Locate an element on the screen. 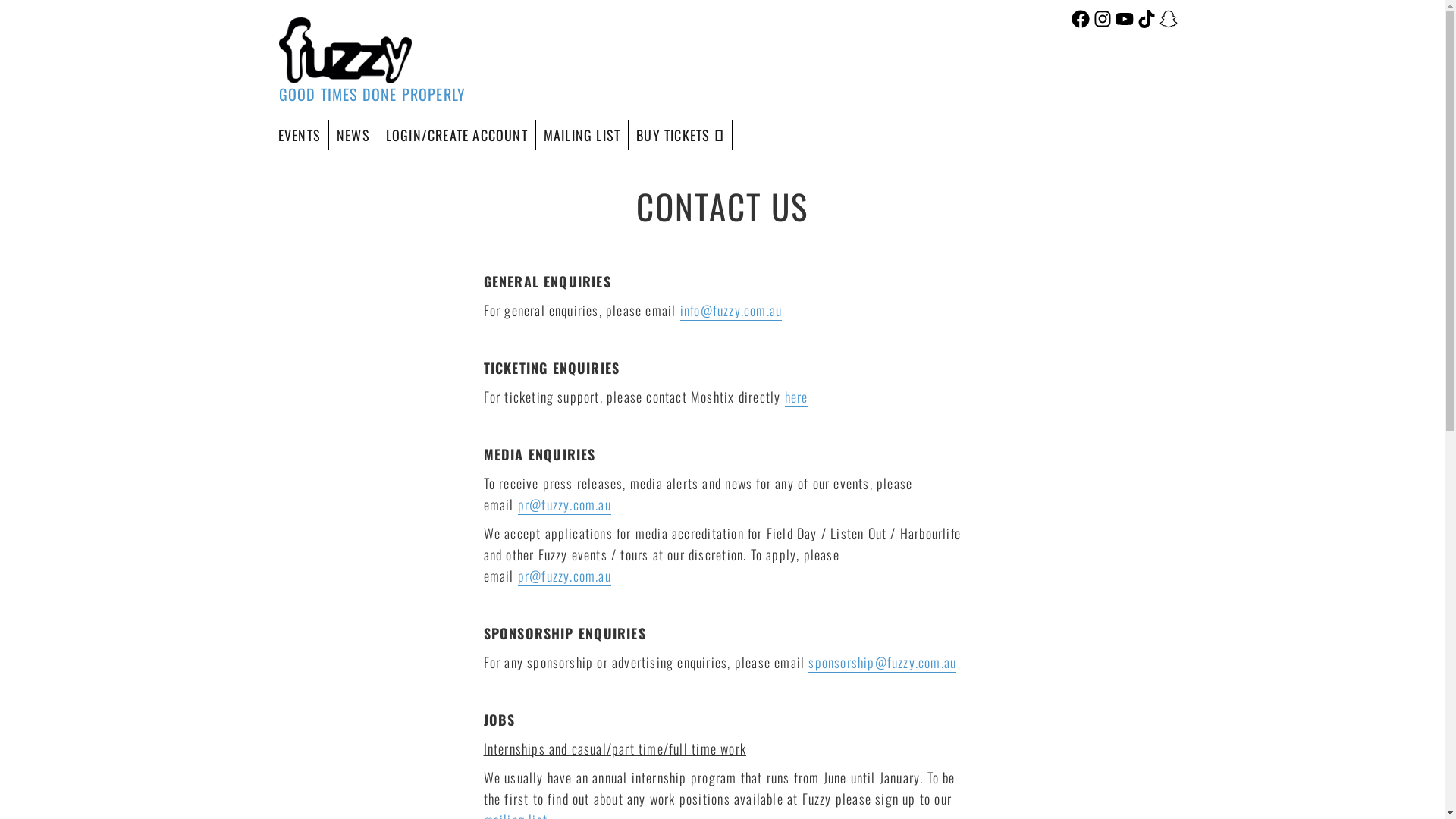 The width and height of the screenshot is (1456, 819). 'info@fuzzy.com.au' is located at coordinates (679, 309).